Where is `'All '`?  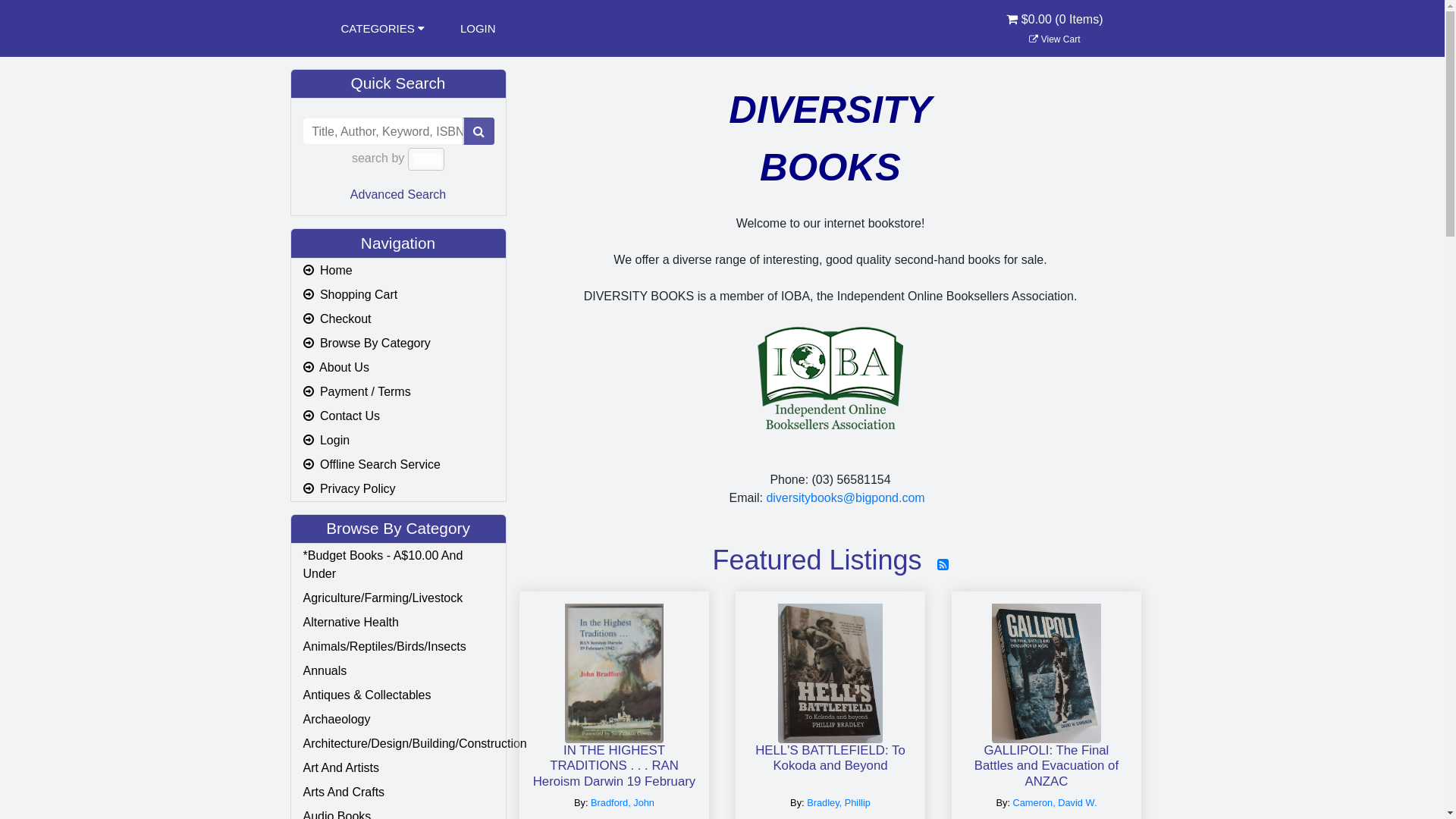
'All ' is located at coordinates (407, 158).